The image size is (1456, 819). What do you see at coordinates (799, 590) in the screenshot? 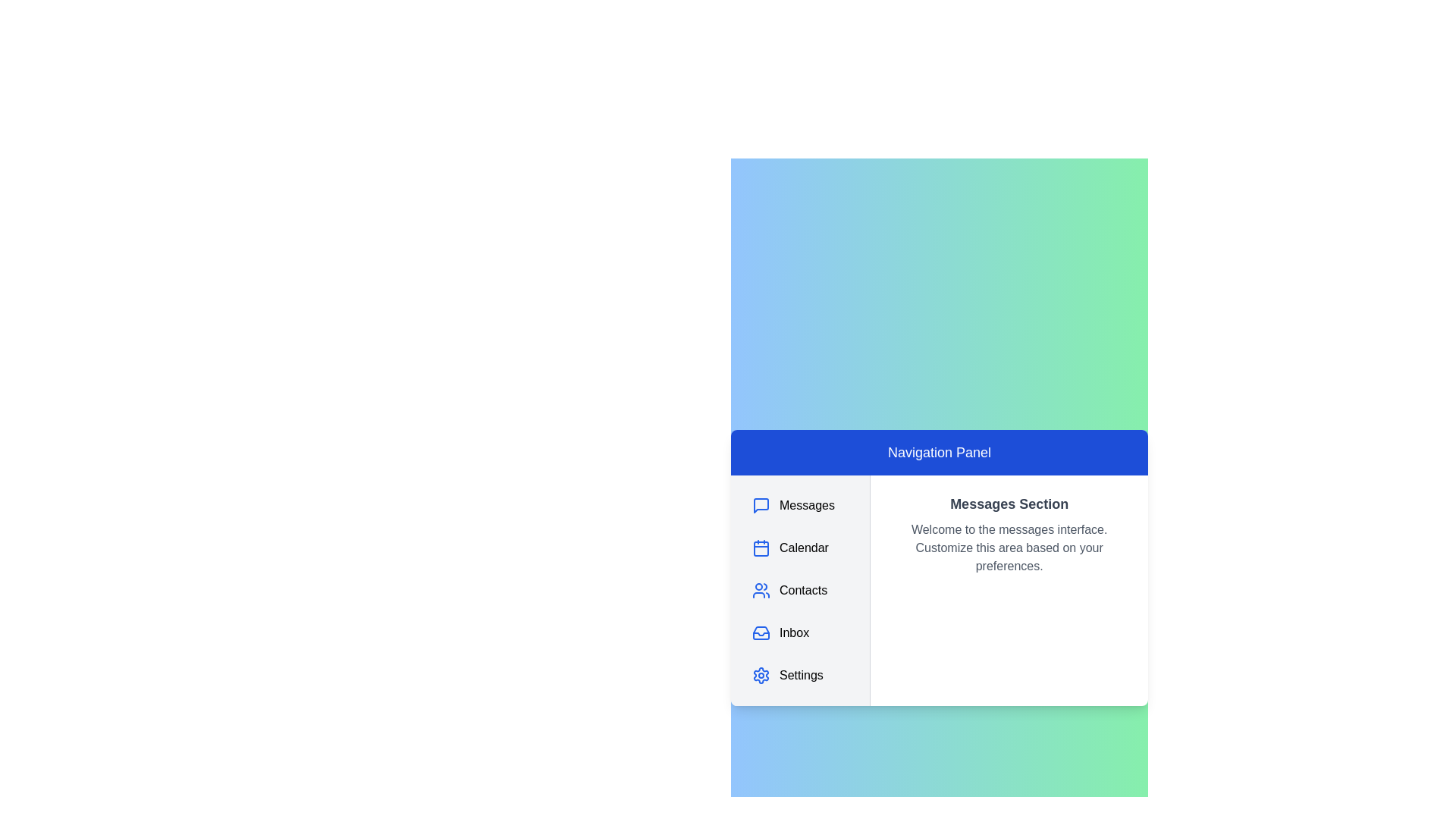
I see `the navigation item Contacts to highlight it` at bounding box center [799, 590].